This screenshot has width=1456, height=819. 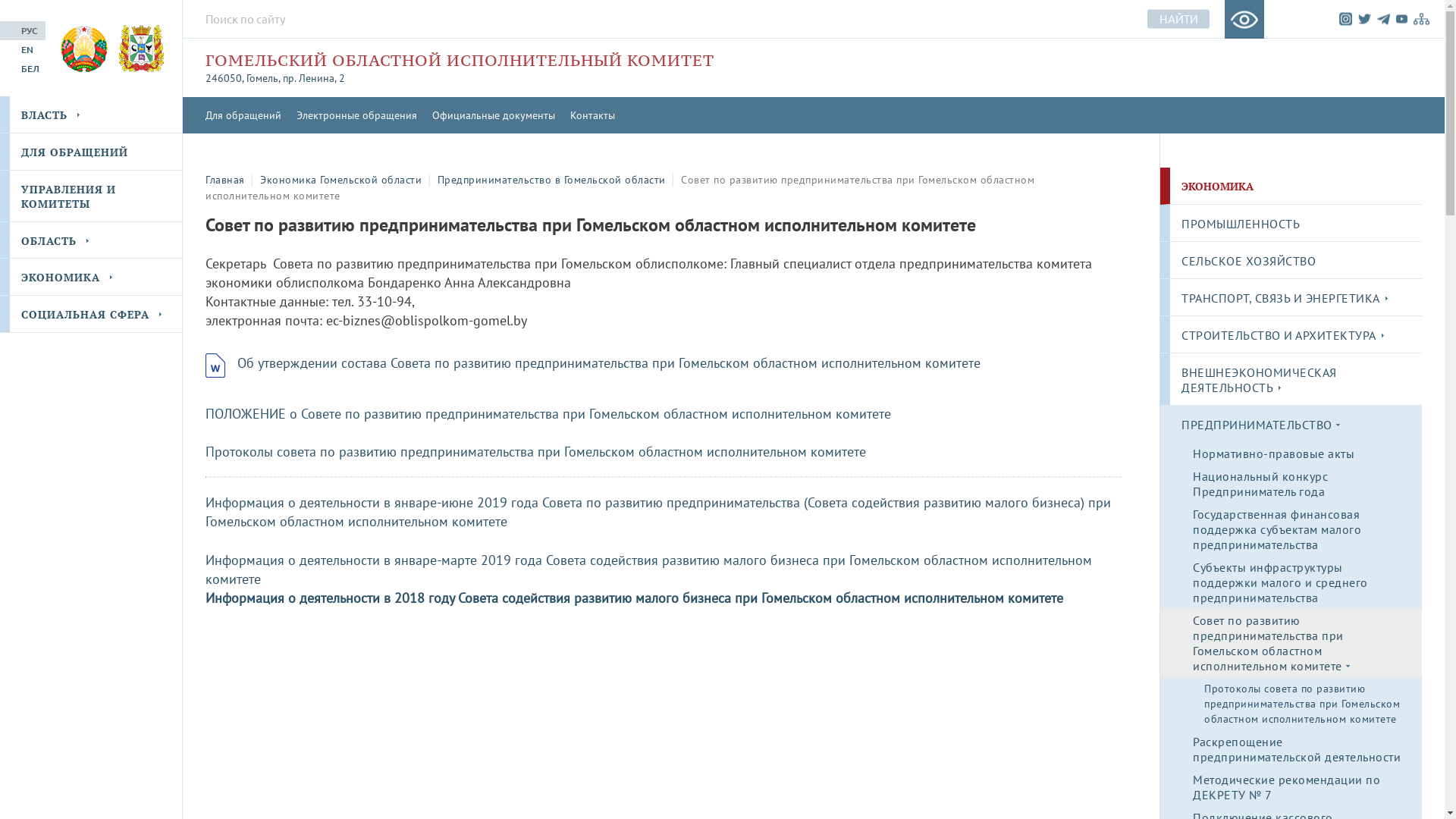 I want to click on 'Twitter', so click(x=1364, y=18).